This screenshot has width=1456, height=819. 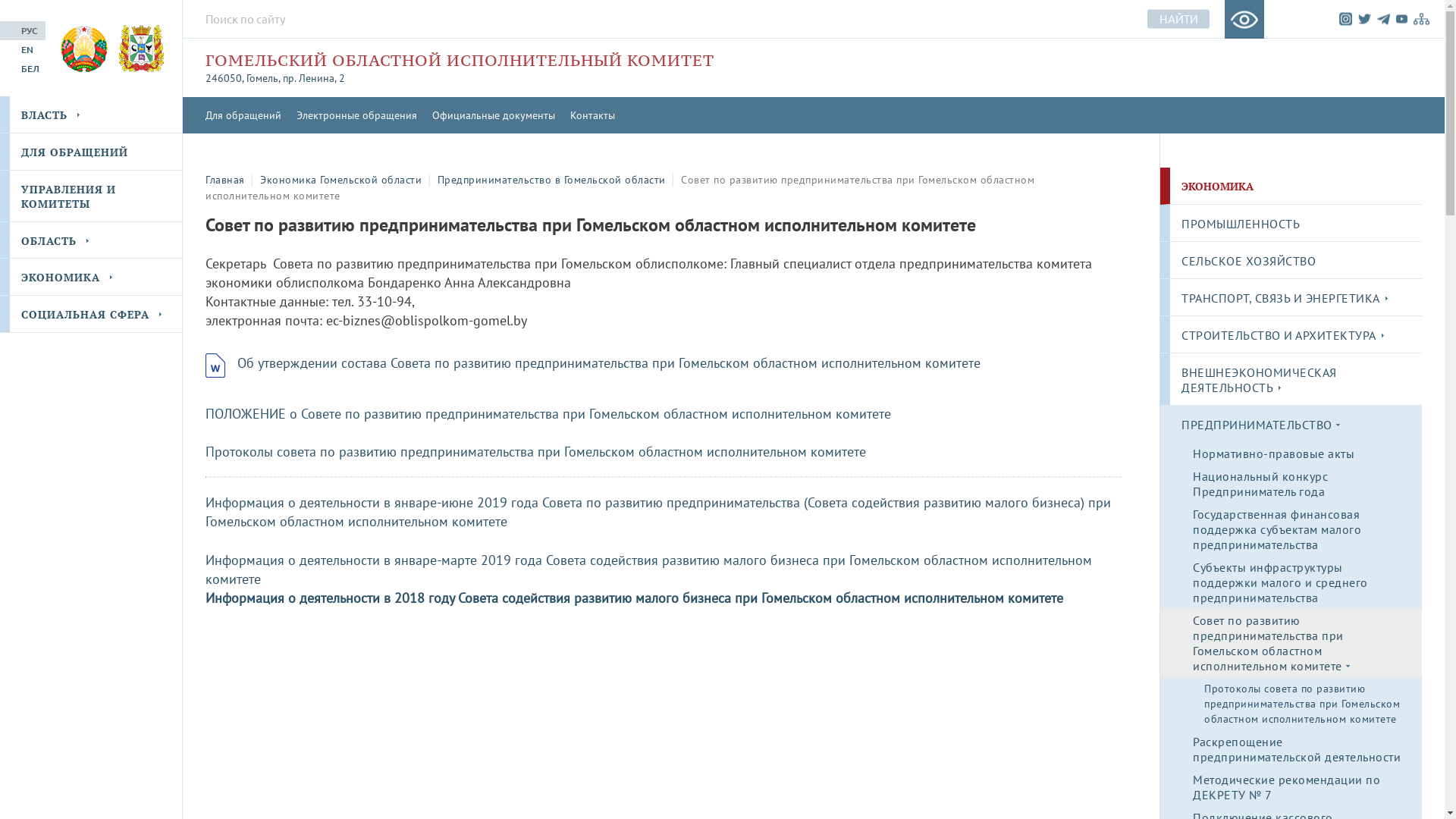 I want to click on 'Twitter', so click(x=1364, y=18).